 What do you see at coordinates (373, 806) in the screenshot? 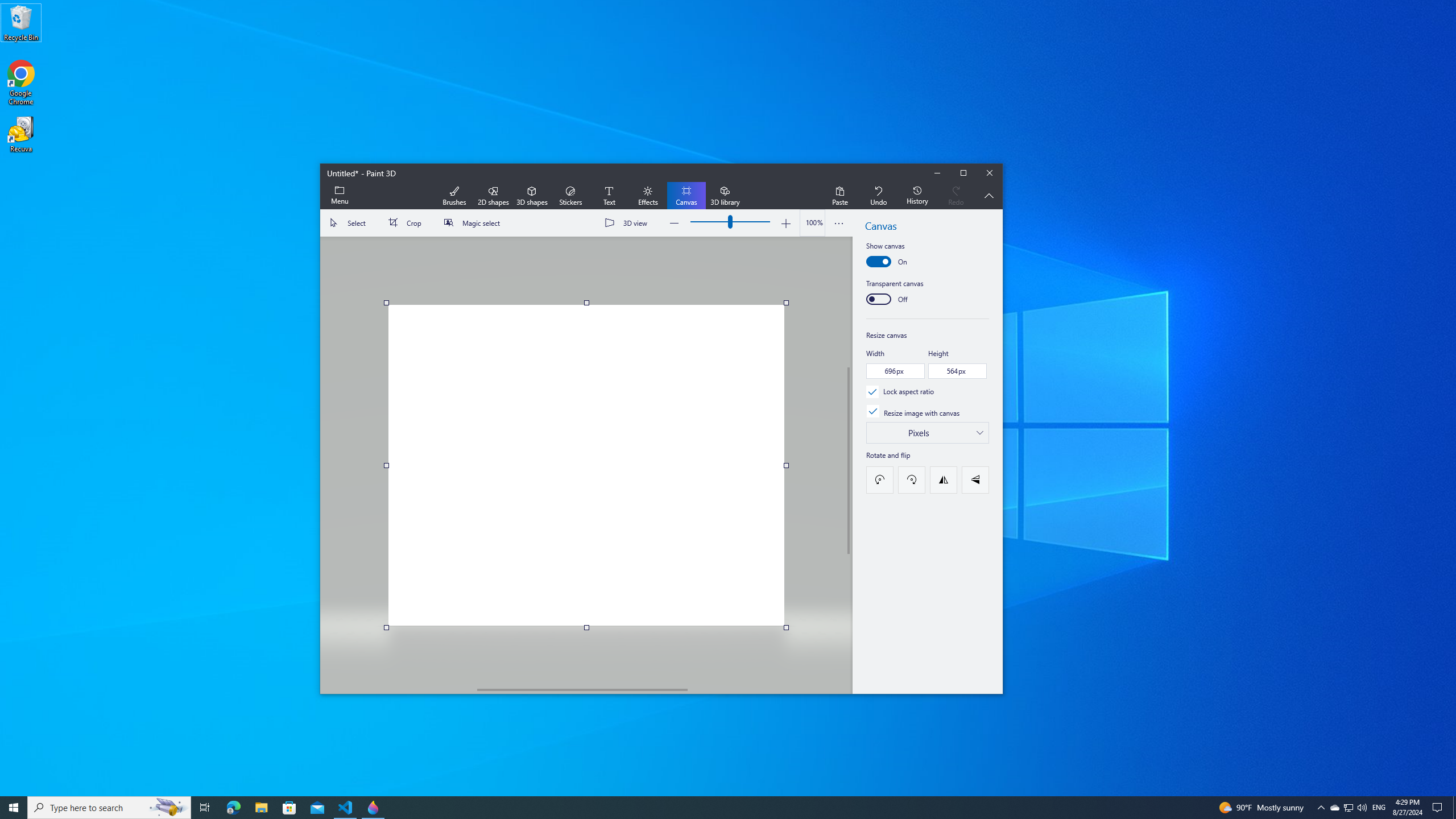
I see `'Paint 3D - 1 running window'` at bounding box center [373, 806].